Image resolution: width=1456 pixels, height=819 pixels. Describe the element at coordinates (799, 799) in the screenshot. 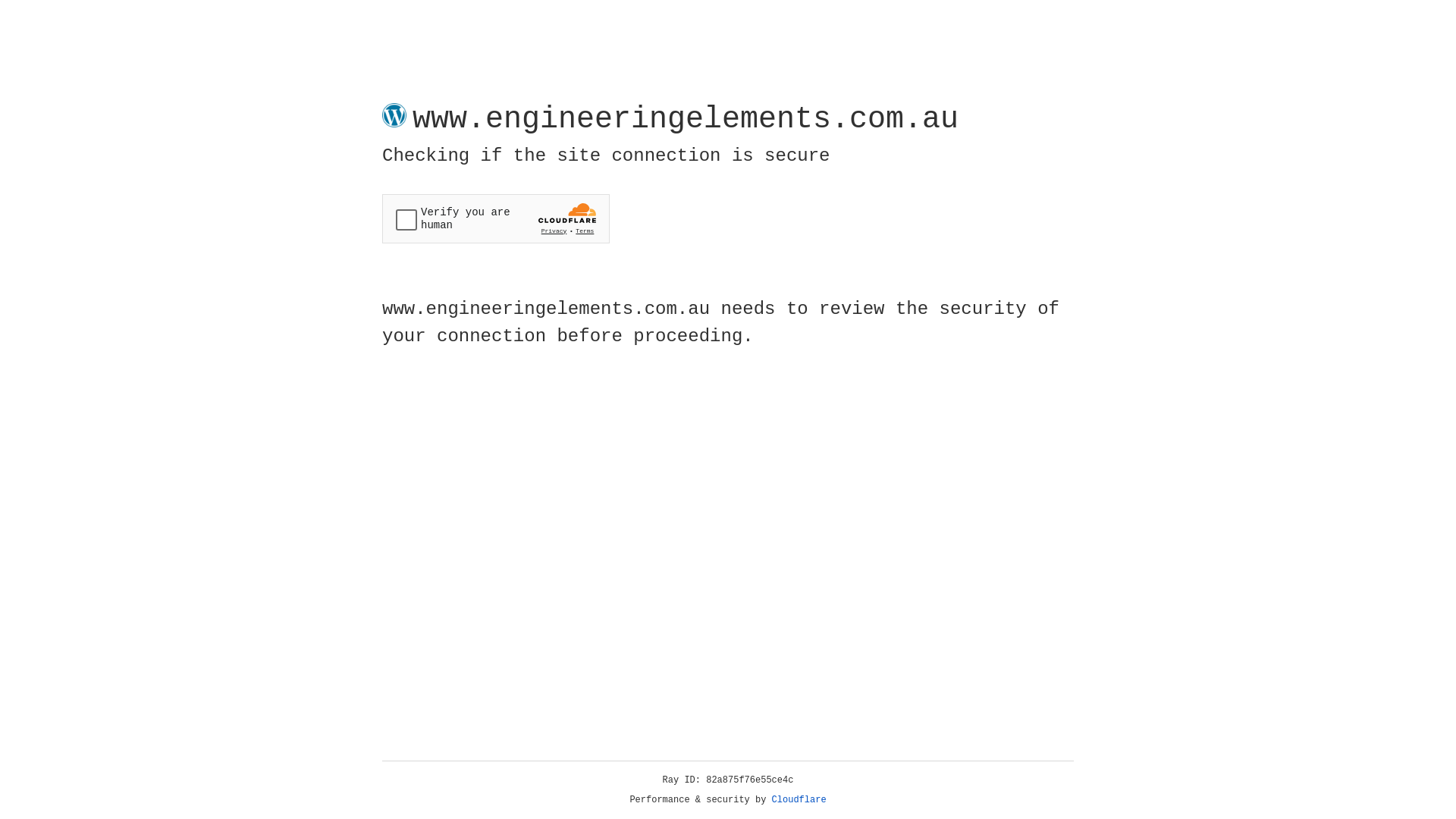

I see `'Cloudflare'` at that location.